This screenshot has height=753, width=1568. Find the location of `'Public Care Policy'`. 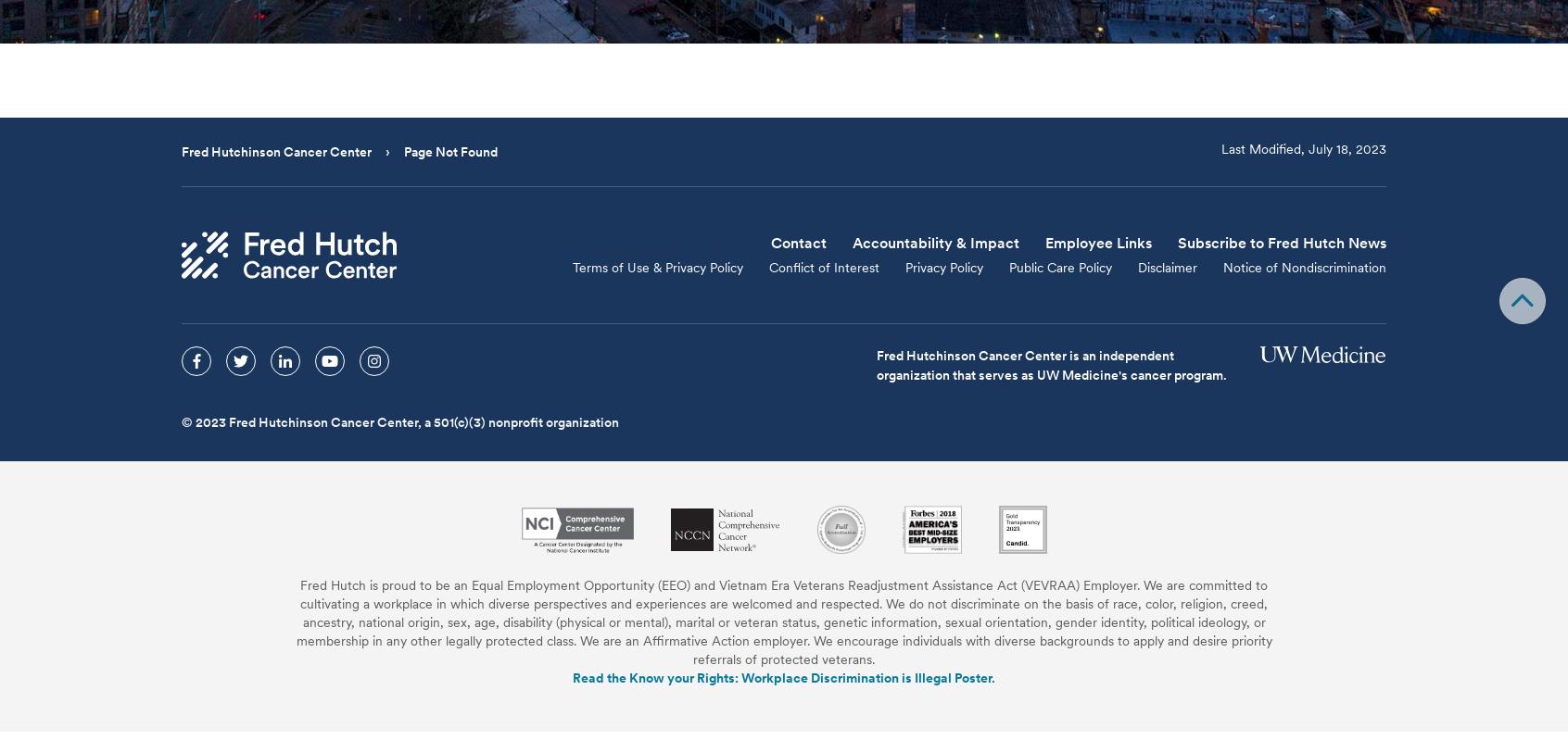

'Public Care Policy' is located at coordinates (1008, 267).